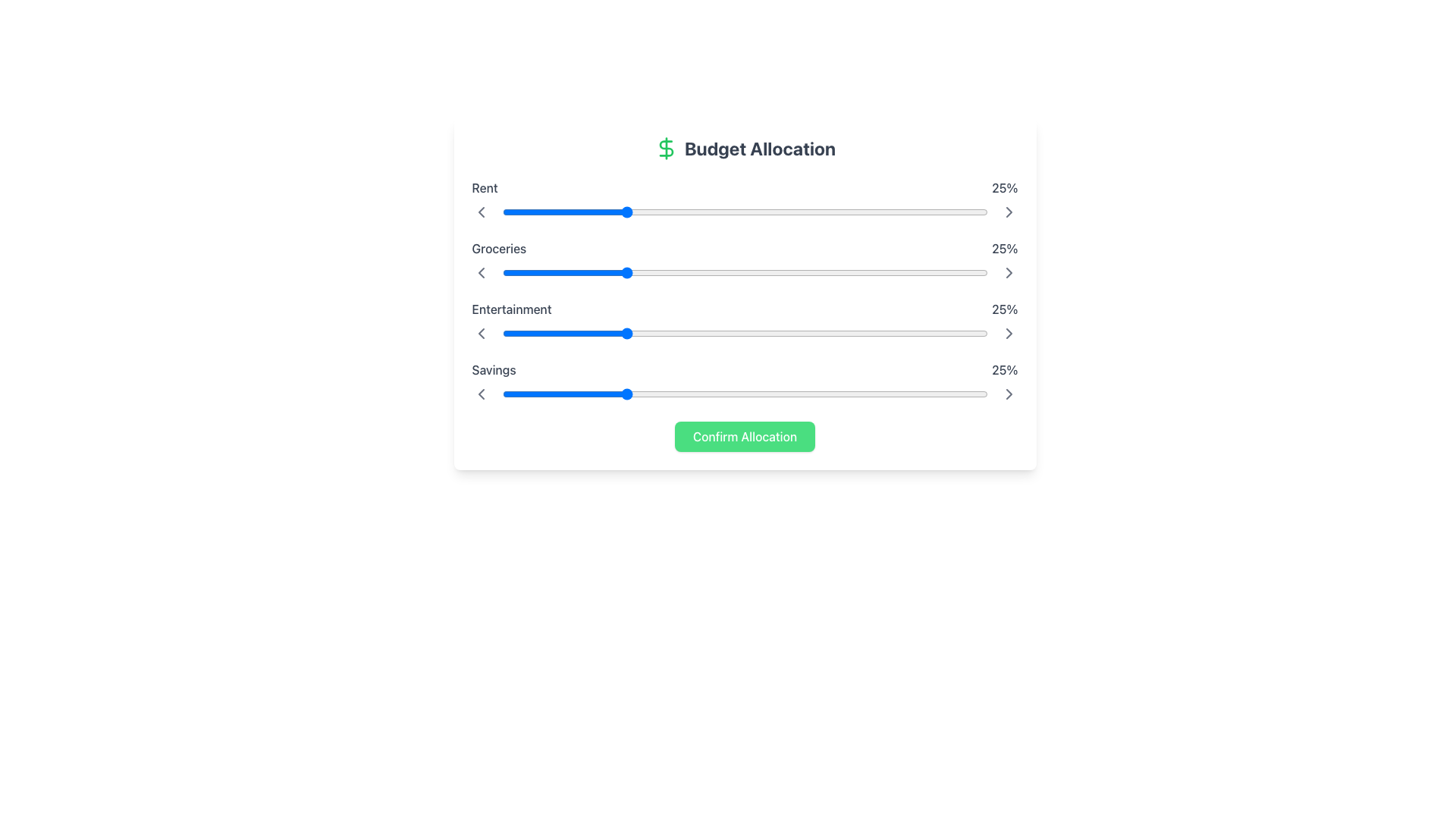  I want to click on the groceries allocation percentage, so click(724, 271).